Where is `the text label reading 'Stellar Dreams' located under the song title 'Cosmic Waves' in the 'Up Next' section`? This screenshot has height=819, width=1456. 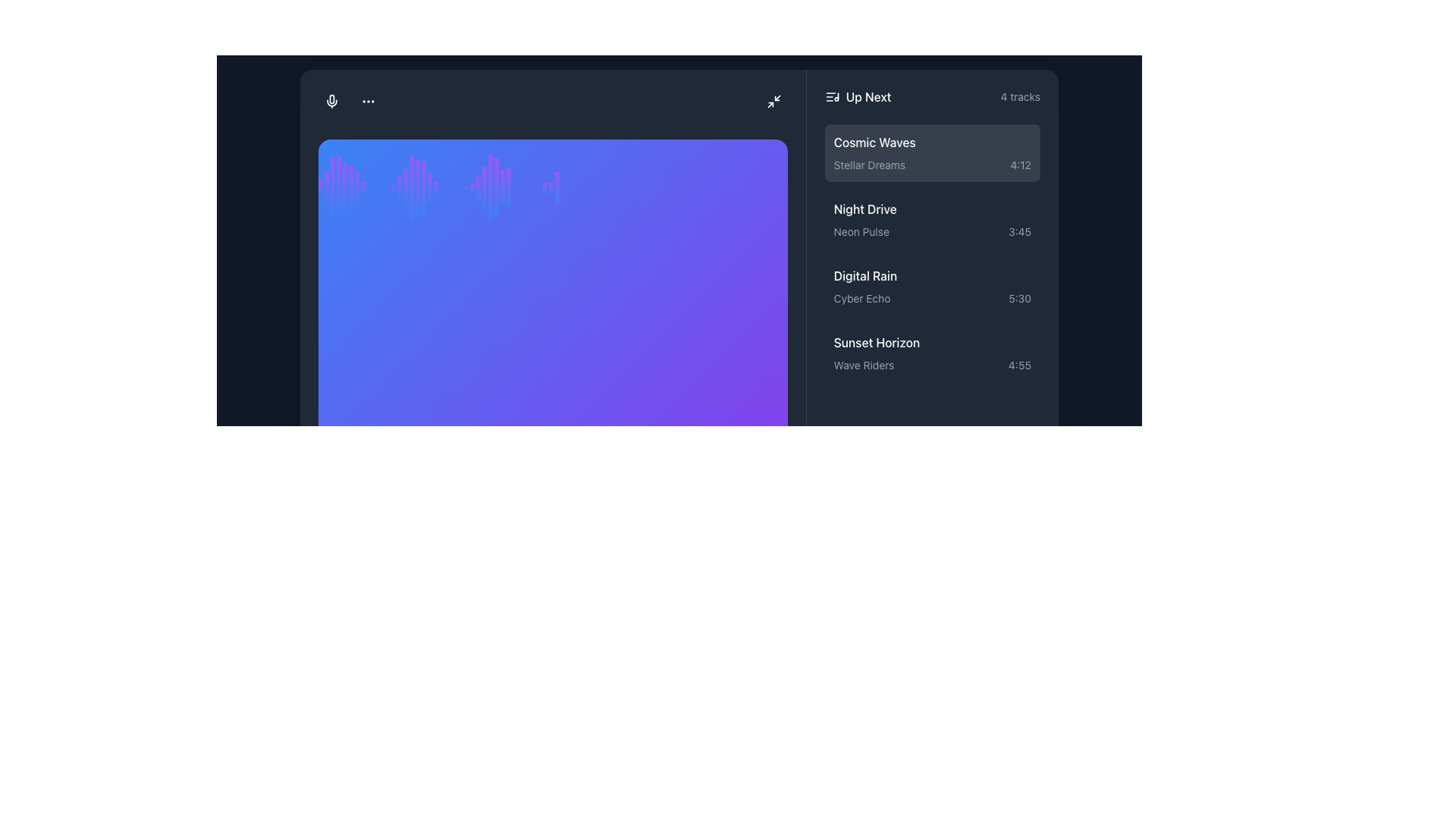 the text label reading 'Stellar Dreams' located under the song title 'Cosmic Waves' in the 'Up Next' section is located at coordinates (869, 165).